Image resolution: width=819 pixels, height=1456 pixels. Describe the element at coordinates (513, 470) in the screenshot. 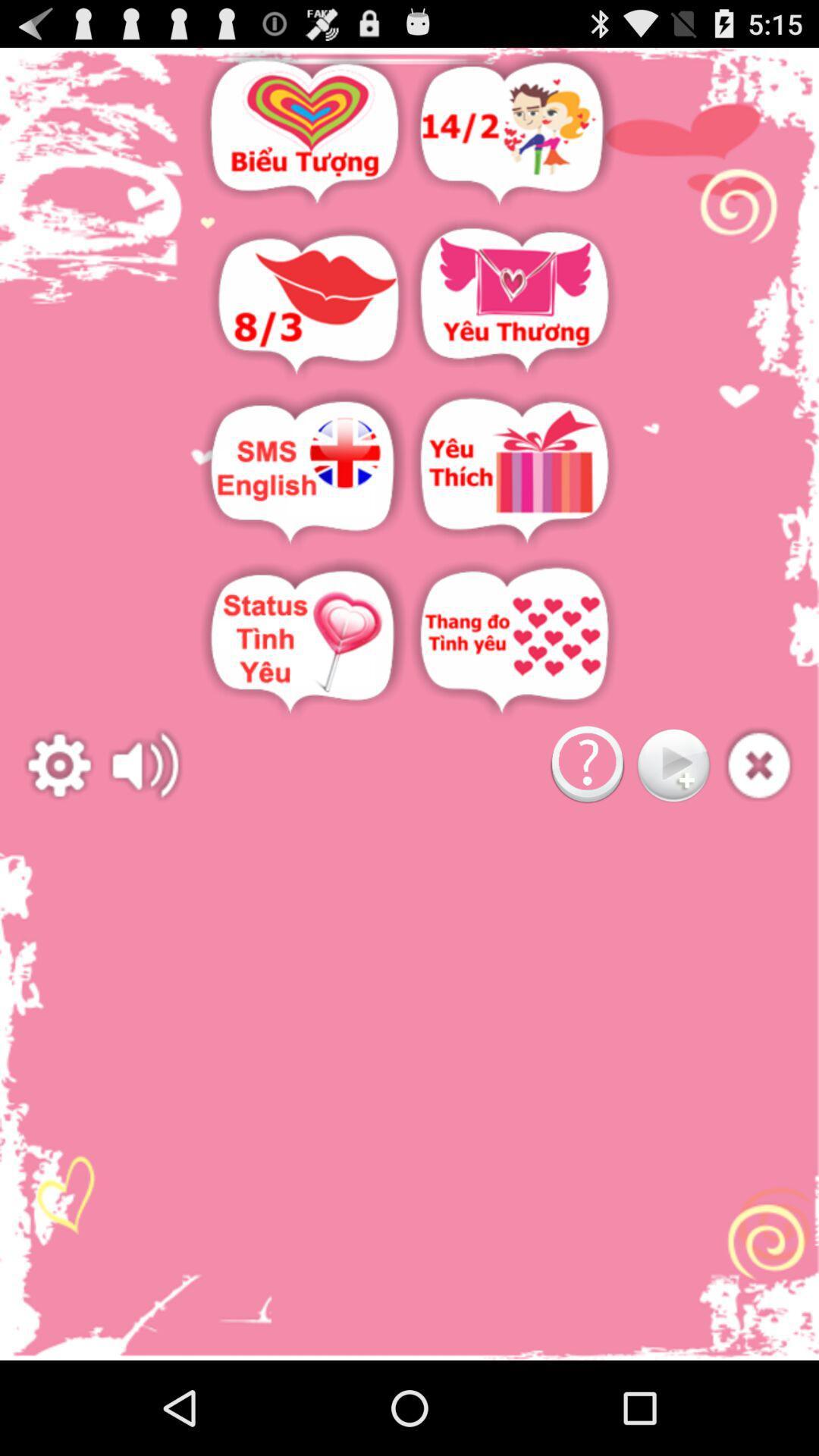

I see `to view selected item` at that location.